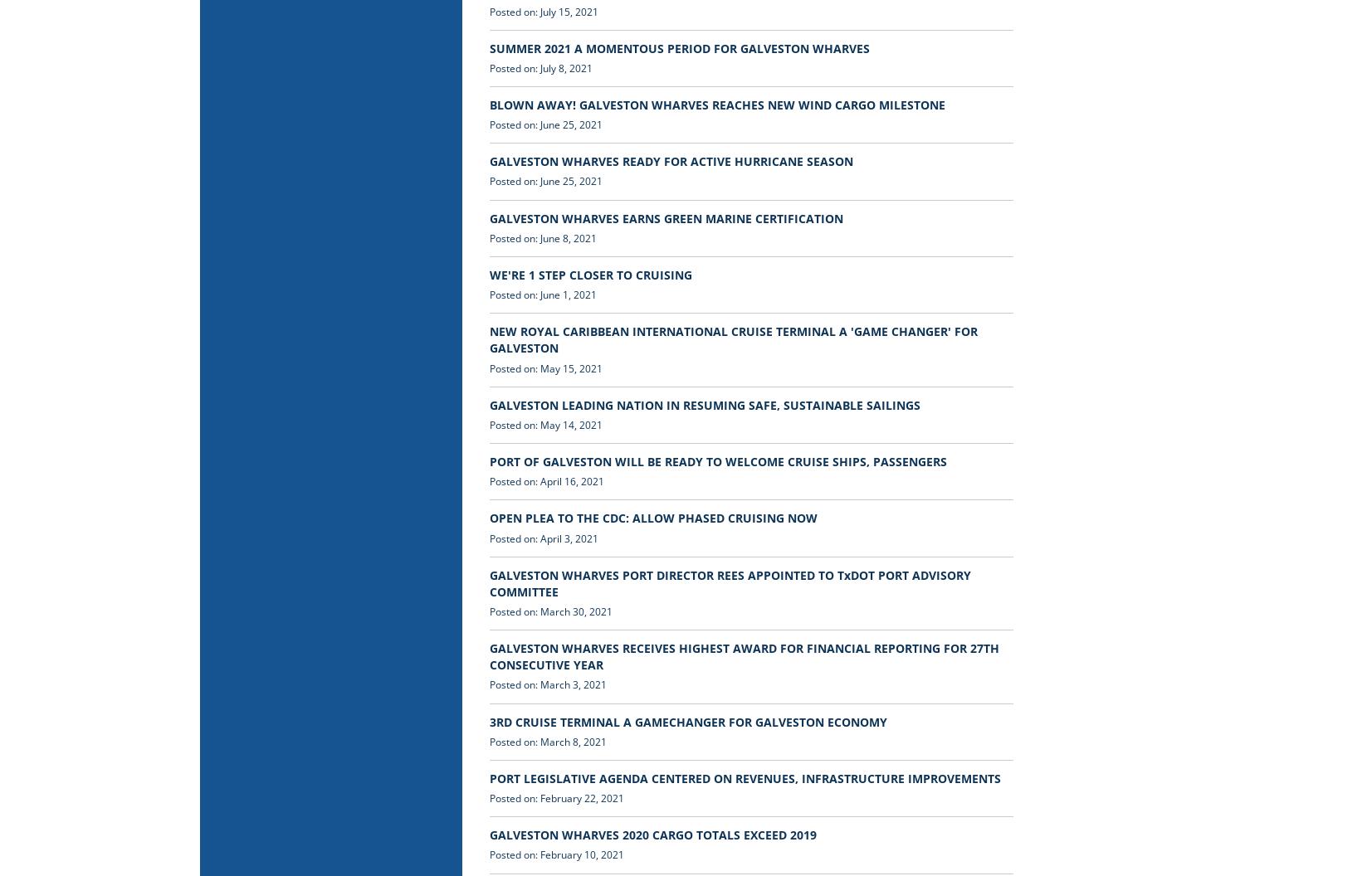 The height and width of the screenshot is (876, 1372). What do you see at coordinates (717, 104) in the screenshot?
I see `'BLOWN AWAY! GALVESTON WHARVES REACHES NEW WIND CARGO MILESTONE'` at bounding box center [717, 104].